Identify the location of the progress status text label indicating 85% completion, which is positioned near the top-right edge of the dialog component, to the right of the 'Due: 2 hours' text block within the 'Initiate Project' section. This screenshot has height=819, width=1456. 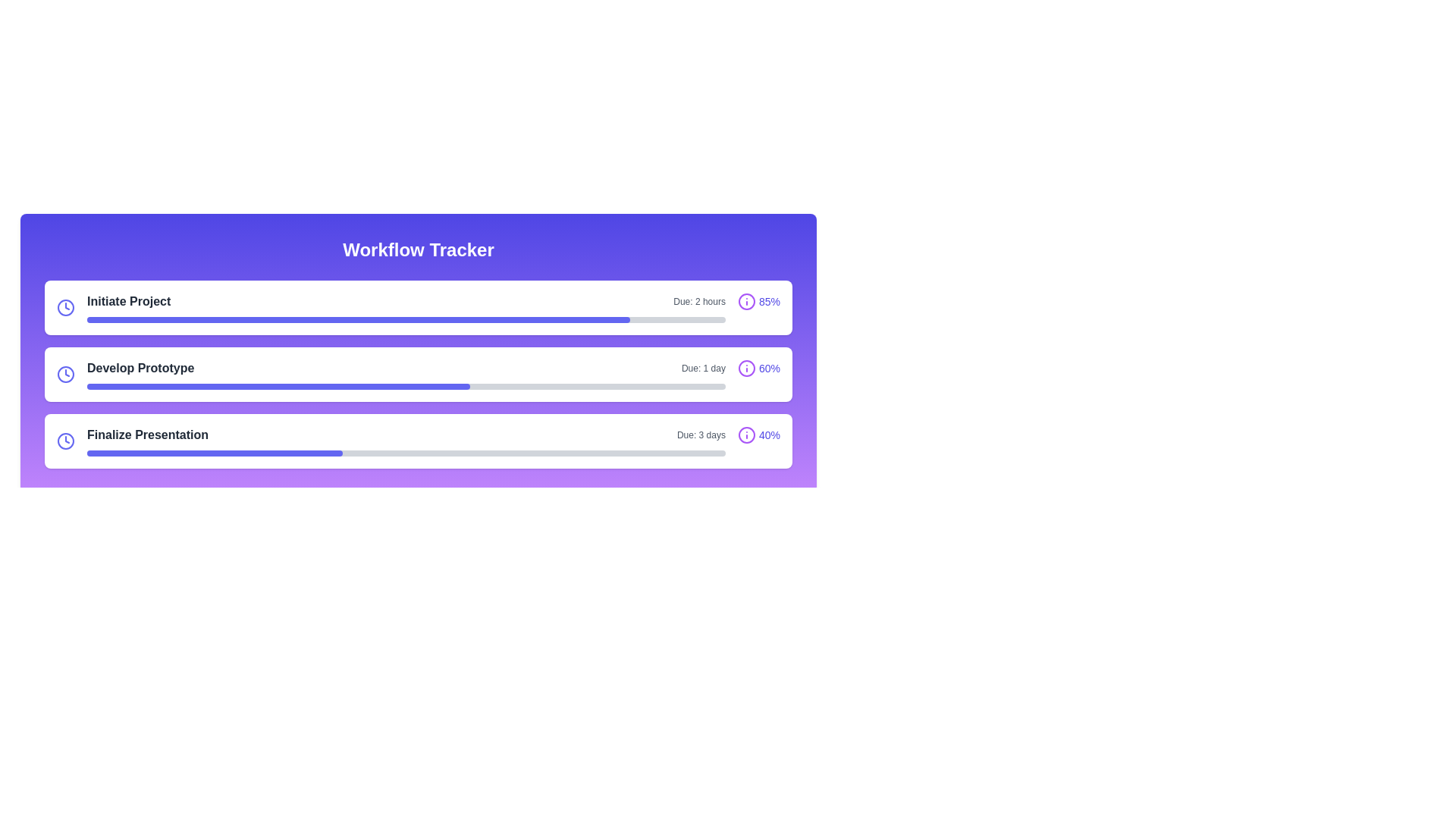
(758, 301).